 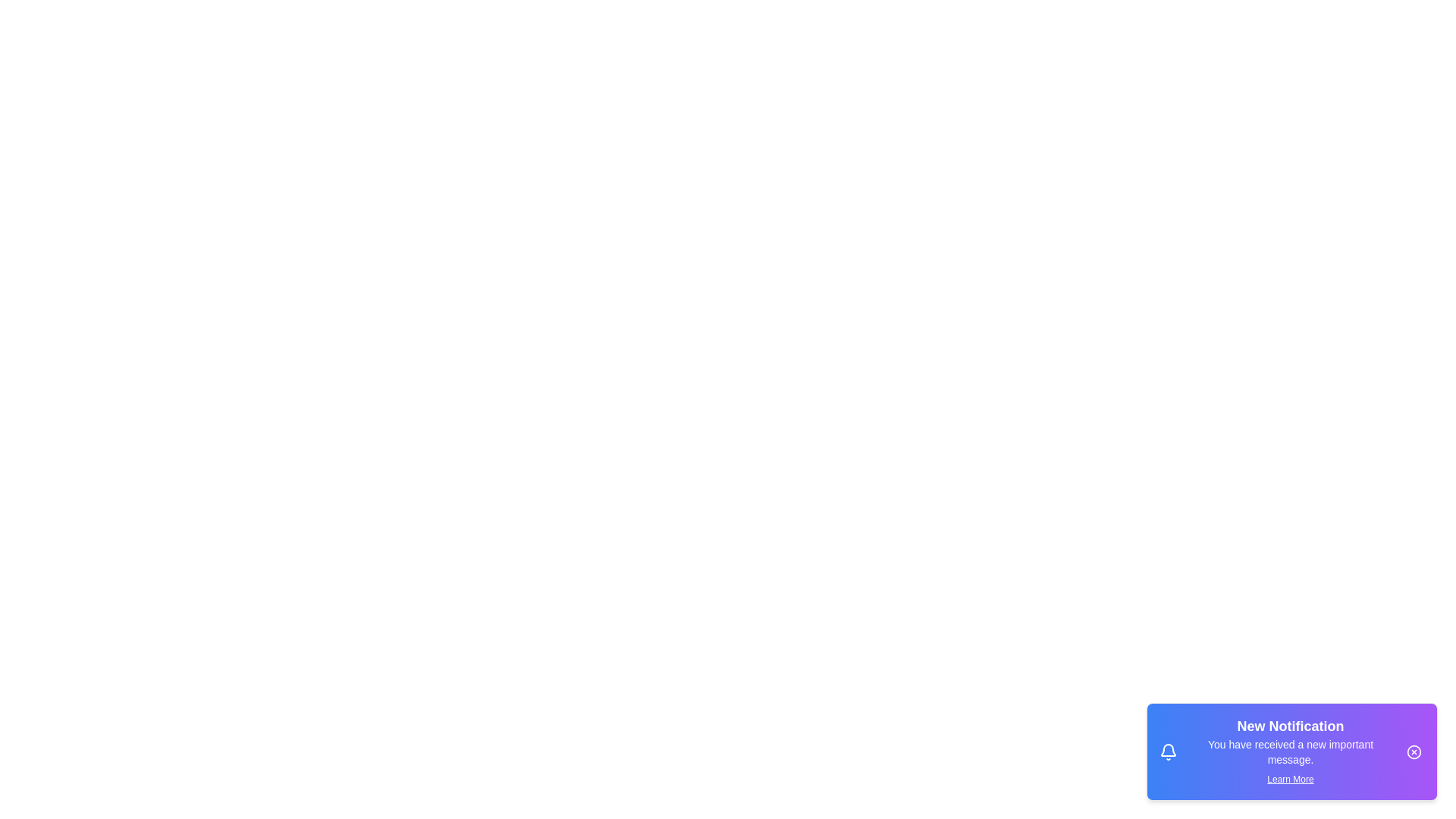 I want to click on the notification icon to observe its visual cues, so click(x=1167, y=752).